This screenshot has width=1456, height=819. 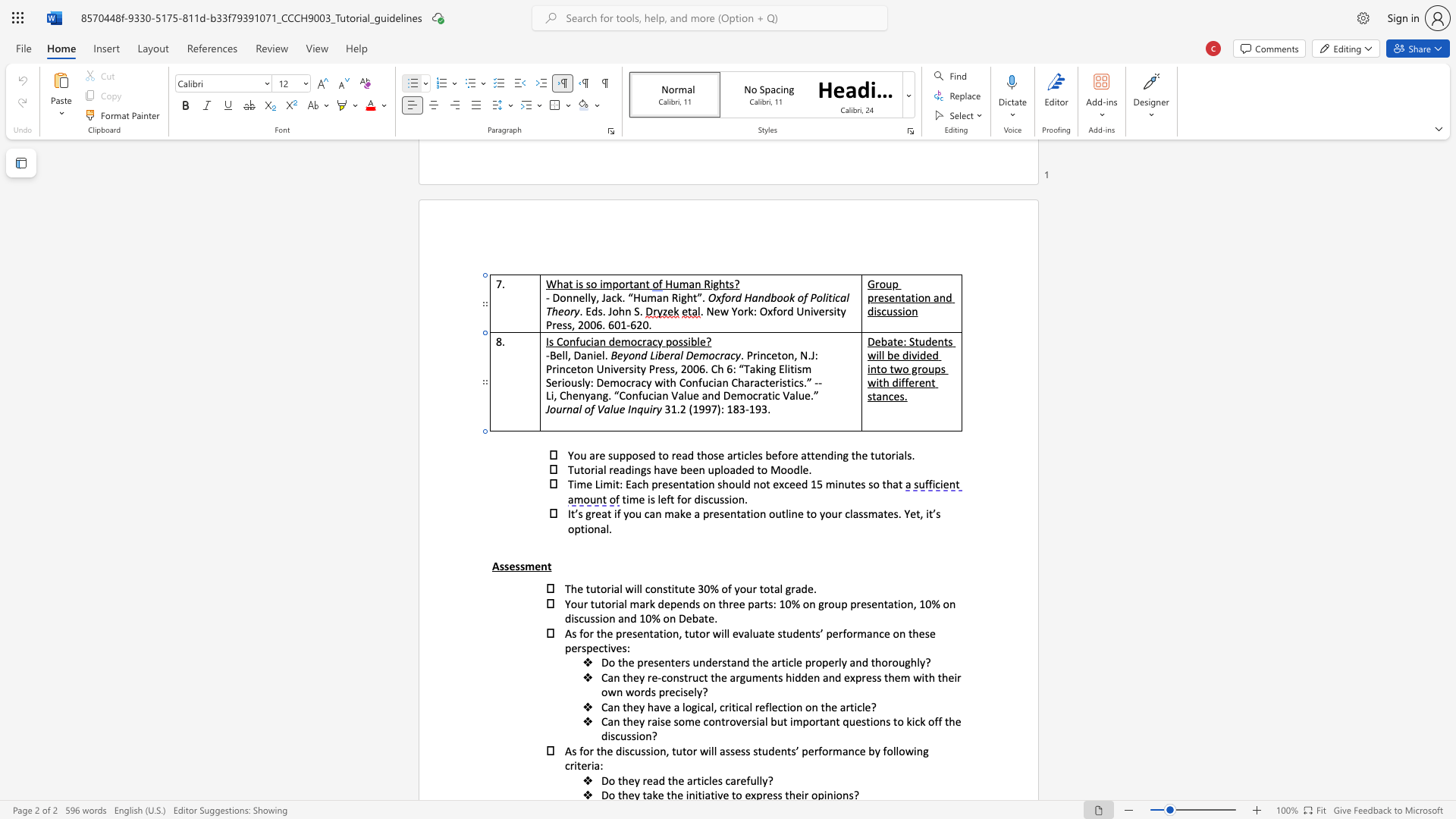 What do you see at coordinates (676, 513) in the screenshot?
I see `the 3th character "a" in the text` at bounding box center [676, 513].